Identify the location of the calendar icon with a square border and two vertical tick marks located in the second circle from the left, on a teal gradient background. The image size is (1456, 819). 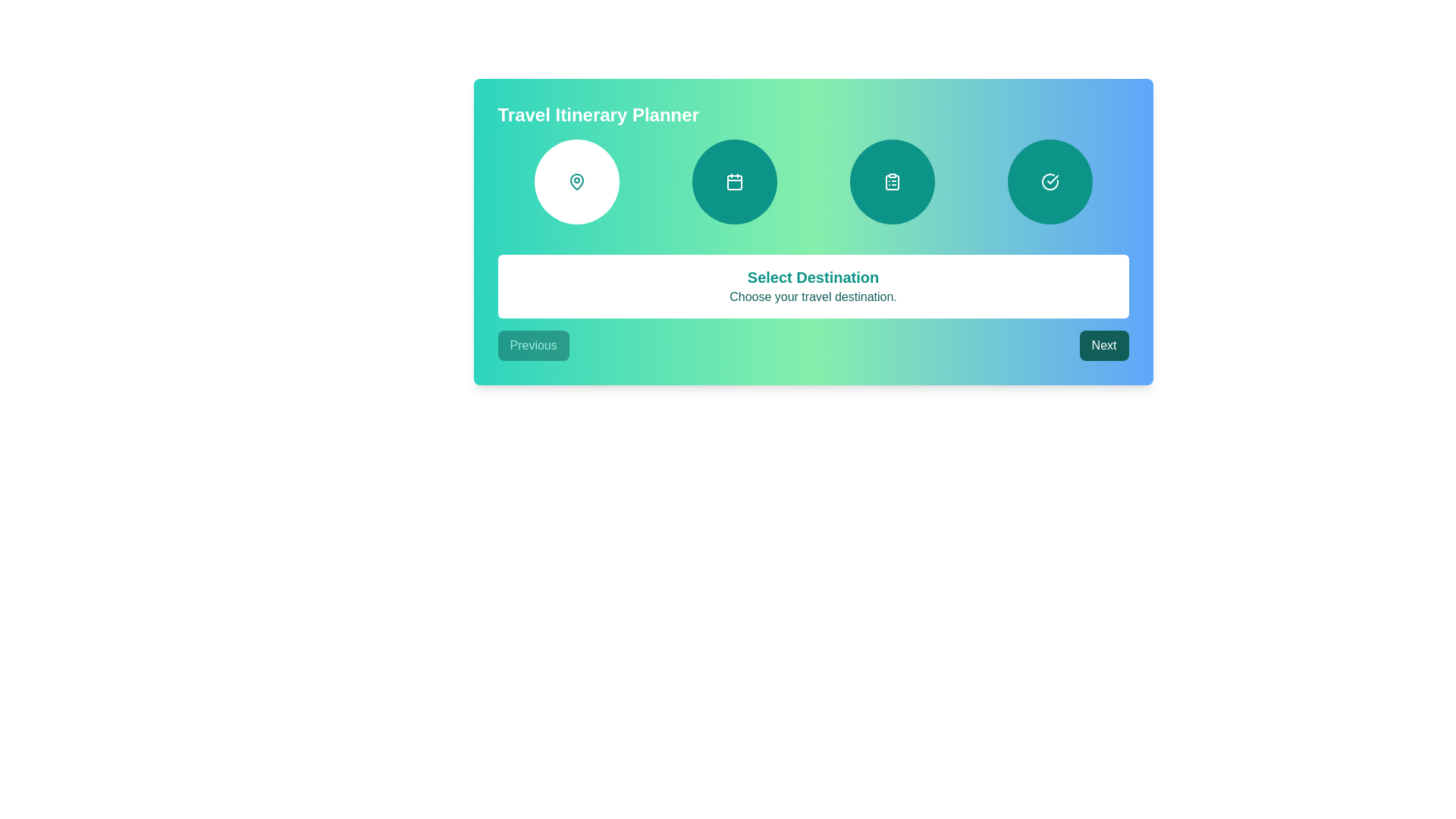
(734, 180).